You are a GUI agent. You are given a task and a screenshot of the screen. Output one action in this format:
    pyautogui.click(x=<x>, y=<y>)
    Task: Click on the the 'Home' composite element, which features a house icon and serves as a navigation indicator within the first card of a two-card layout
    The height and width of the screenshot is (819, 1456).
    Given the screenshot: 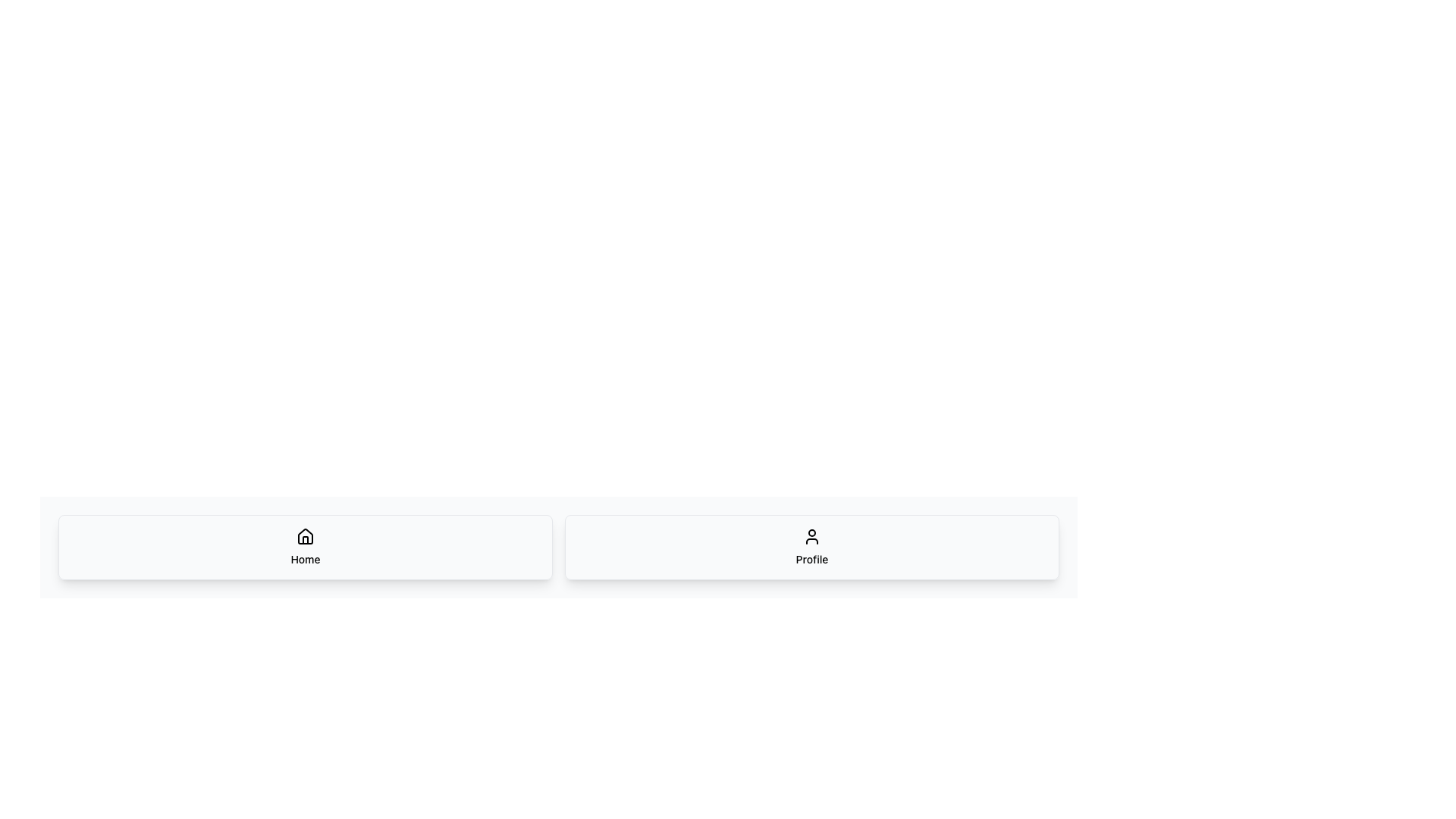 What is the action you would take?
    pyautogui.click(x=305, y=547)
    